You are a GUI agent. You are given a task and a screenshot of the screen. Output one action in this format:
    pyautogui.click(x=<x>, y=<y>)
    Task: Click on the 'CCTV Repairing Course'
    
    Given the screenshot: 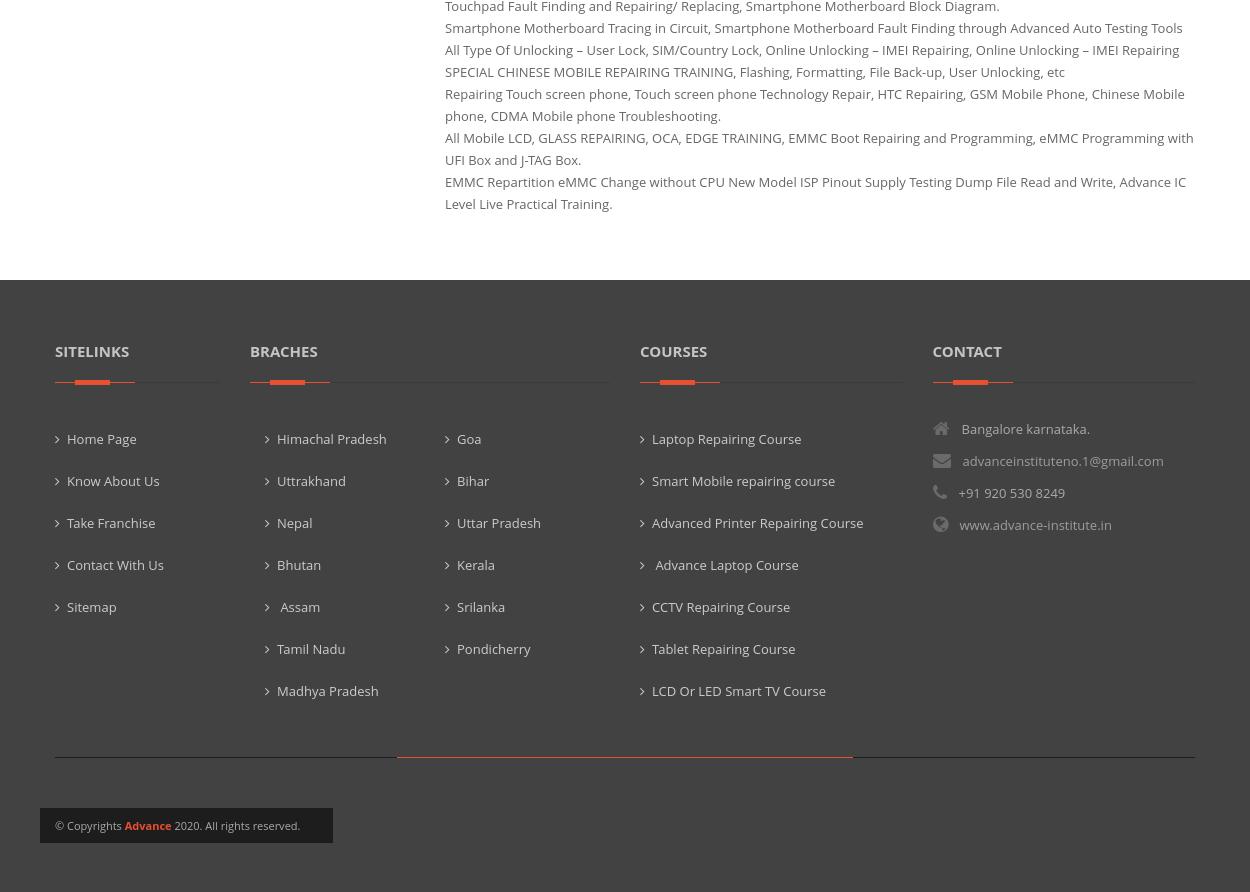 What is the action you would take?
    pyautogui.click(x=720, y=606)
    